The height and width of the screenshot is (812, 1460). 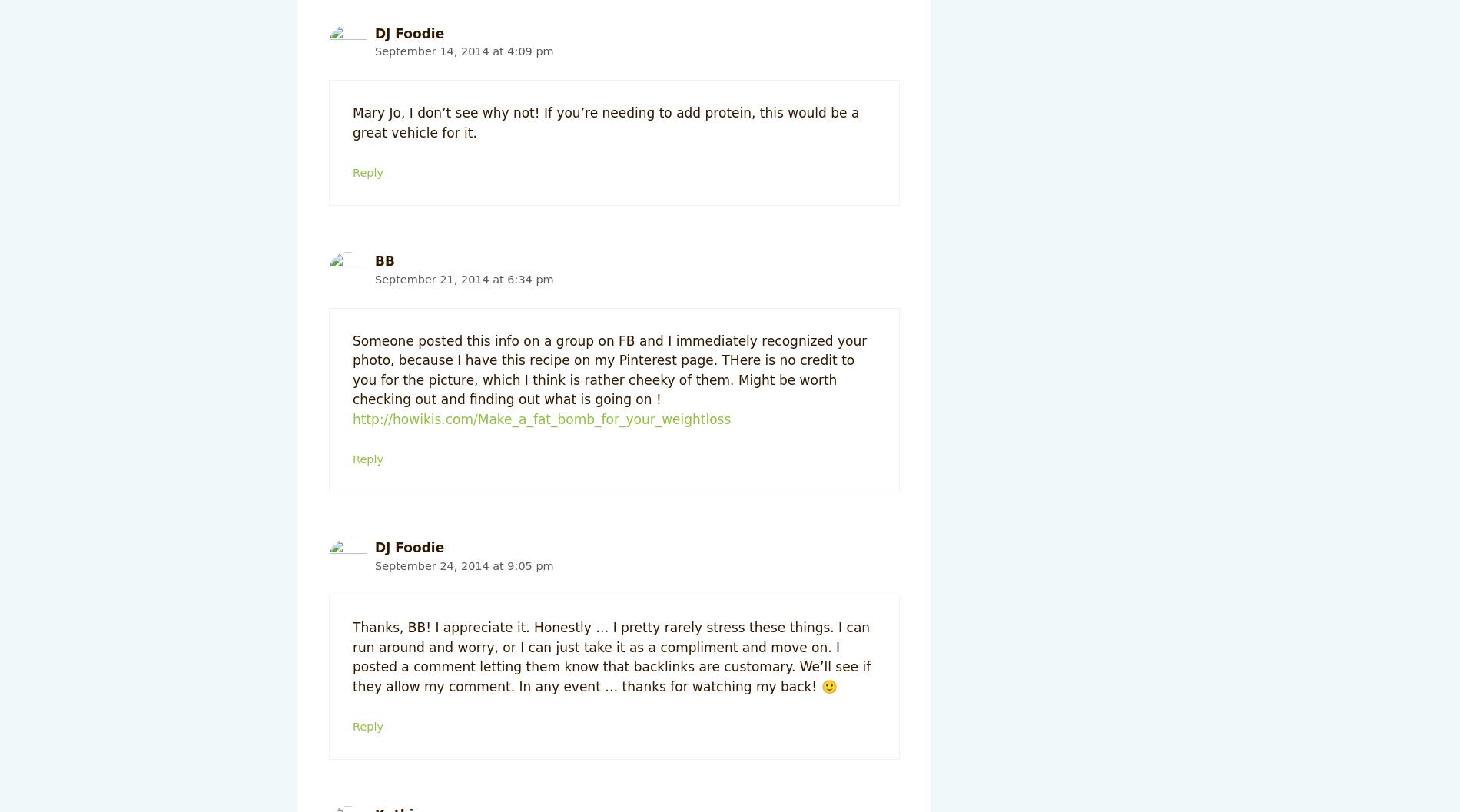 I want to click on 'September 14, 2014 at 4:09 pm', so click(x=374, y=51).